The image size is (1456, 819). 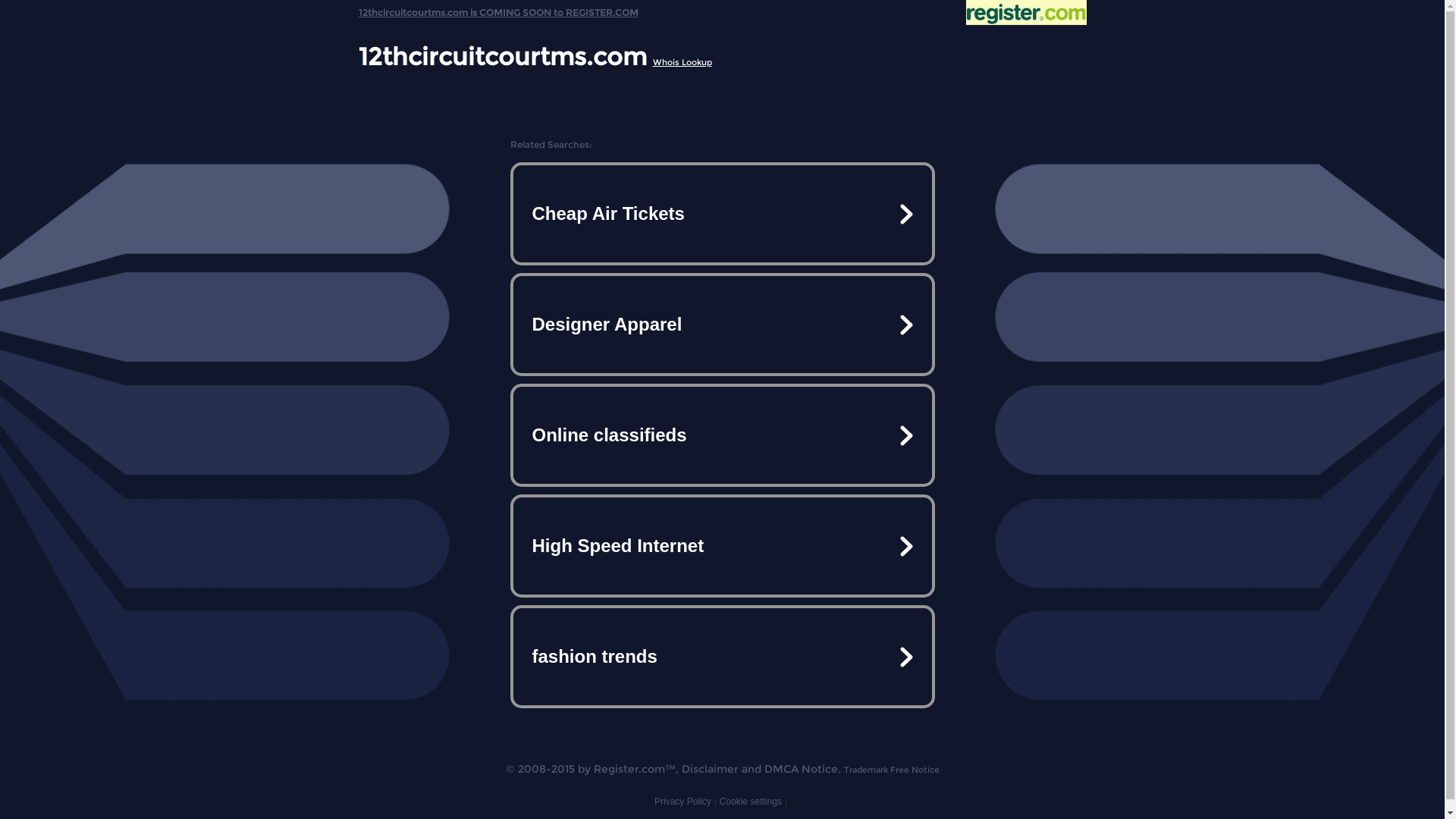 I want to click on 'Whois Lookup', so click(x=680, y=61).